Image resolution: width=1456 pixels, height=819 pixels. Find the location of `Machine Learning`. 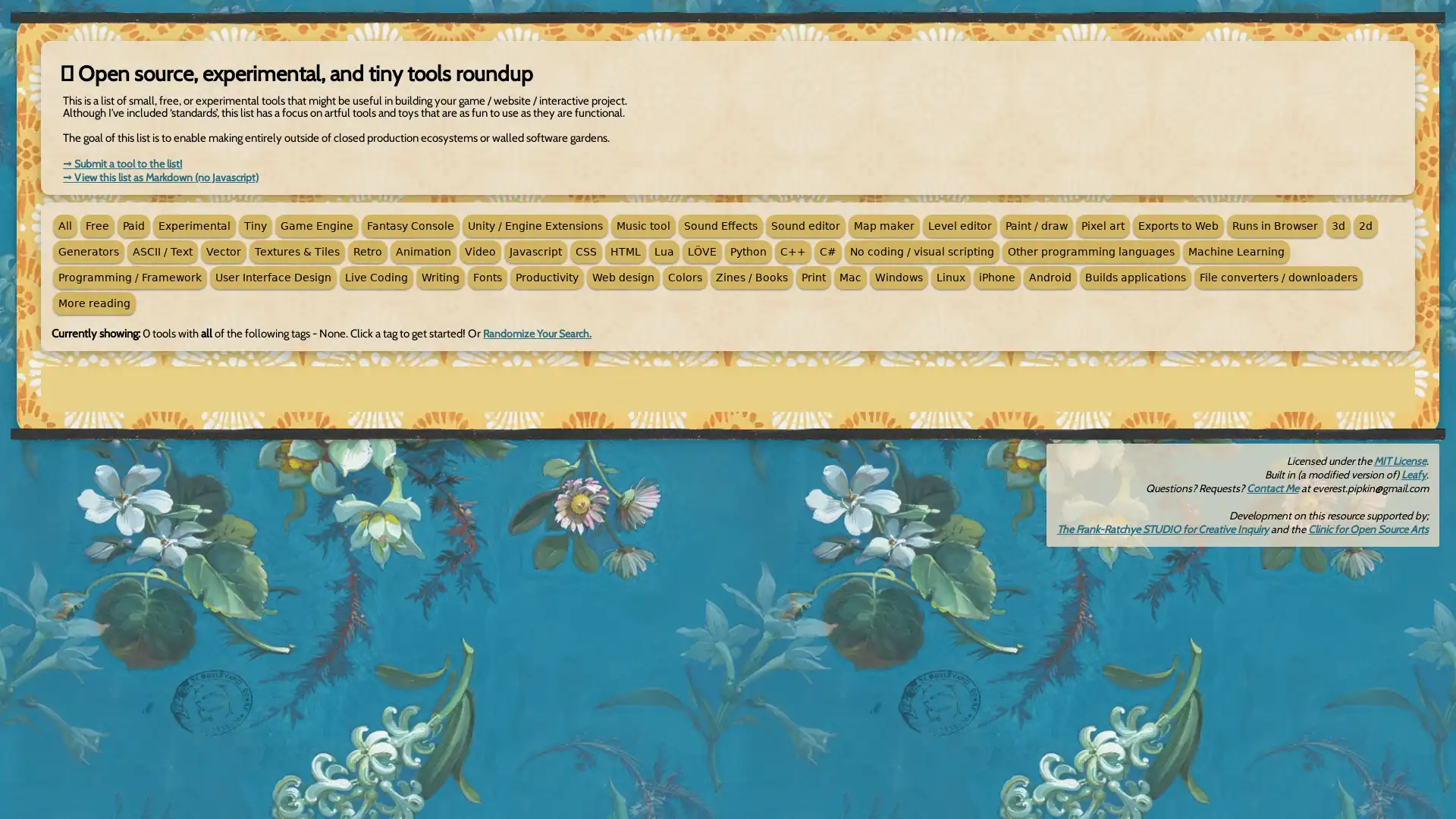

Machine Learning is located at coordinates (1236, 250).